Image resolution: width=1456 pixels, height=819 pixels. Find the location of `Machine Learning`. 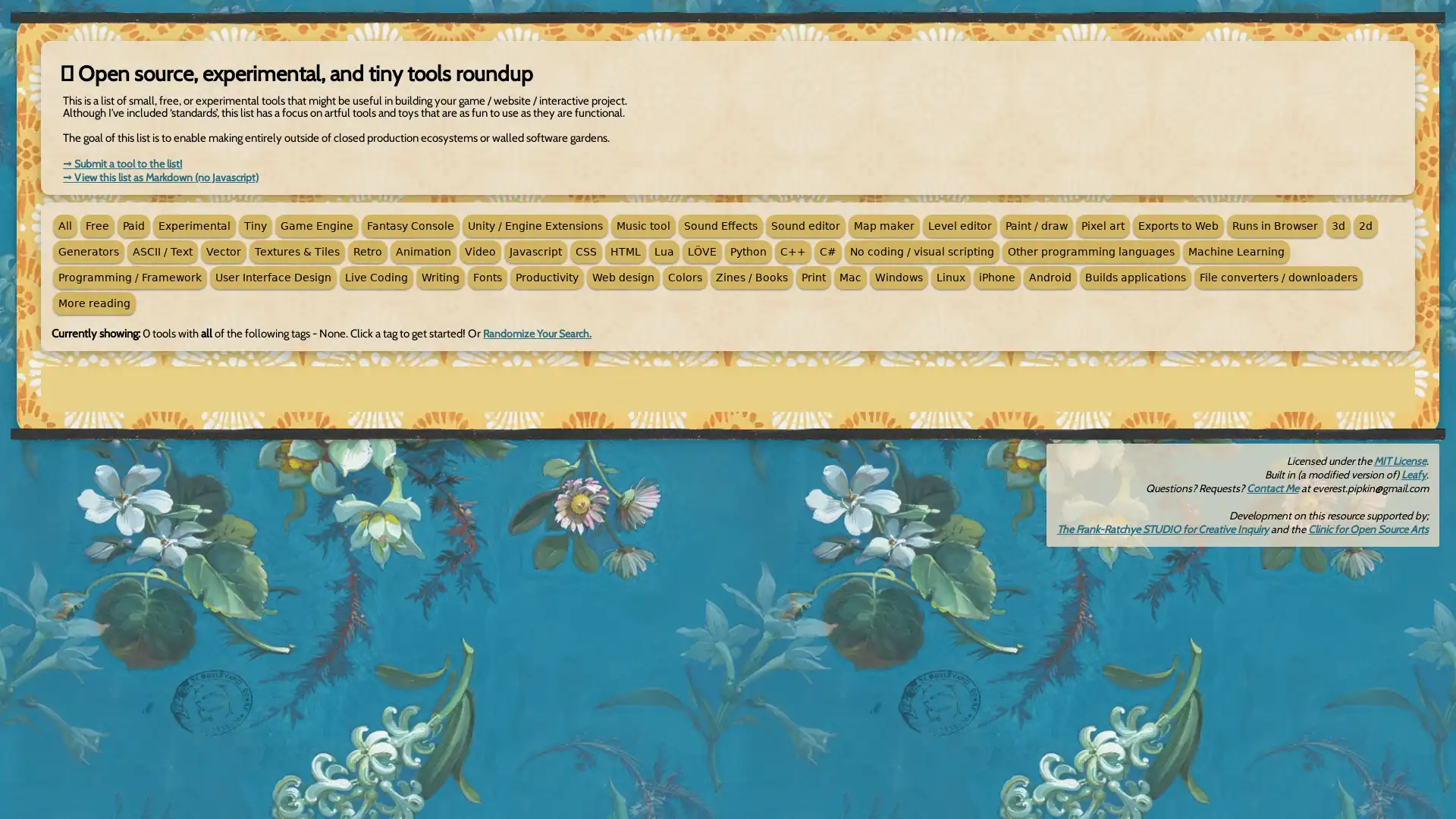

Machine Learning is located at coordinates (1236, 250).